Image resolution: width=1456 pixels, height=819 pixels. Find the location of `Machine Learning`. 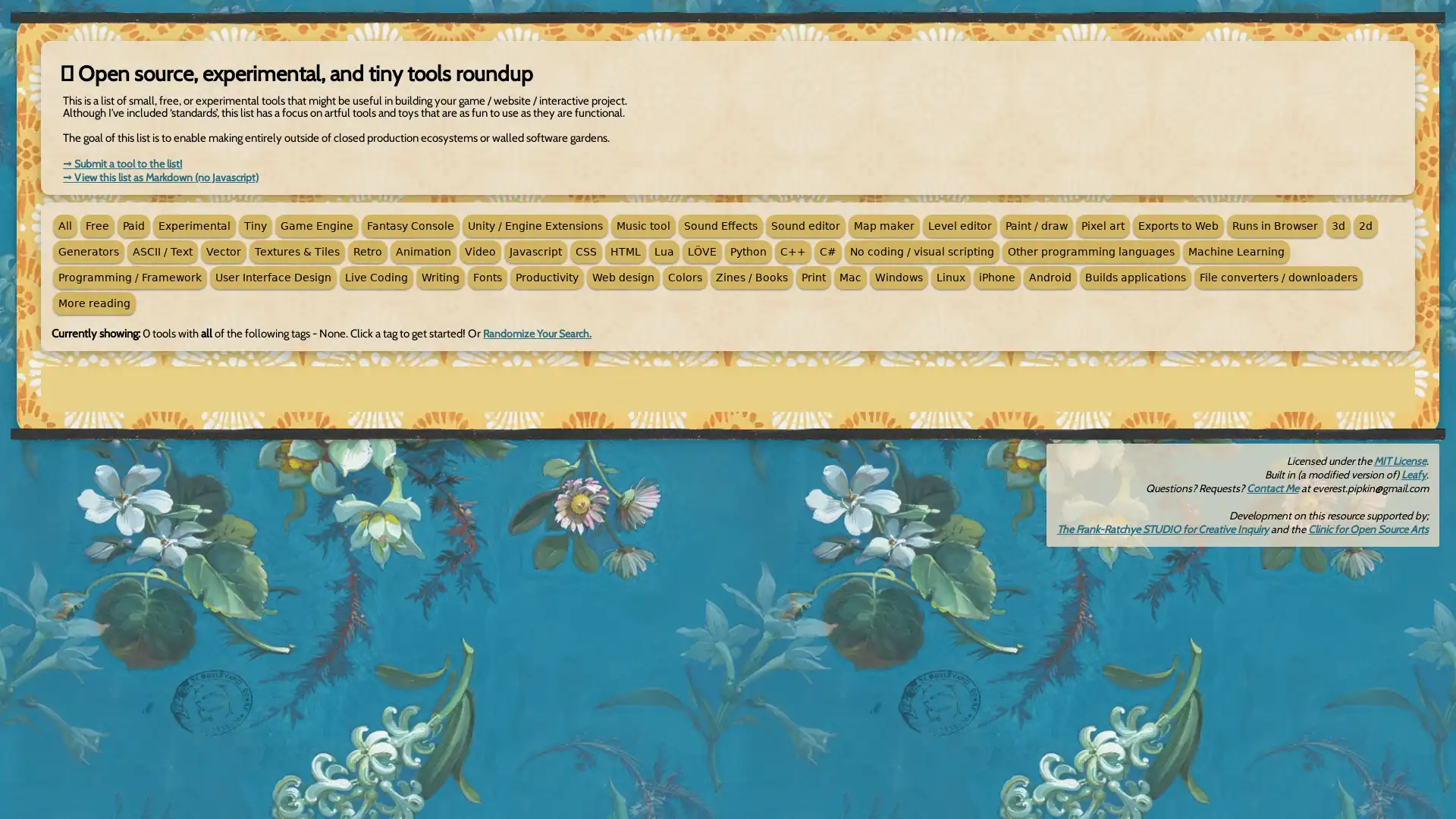

Machine Learning is located at coordinates (1236, 250).